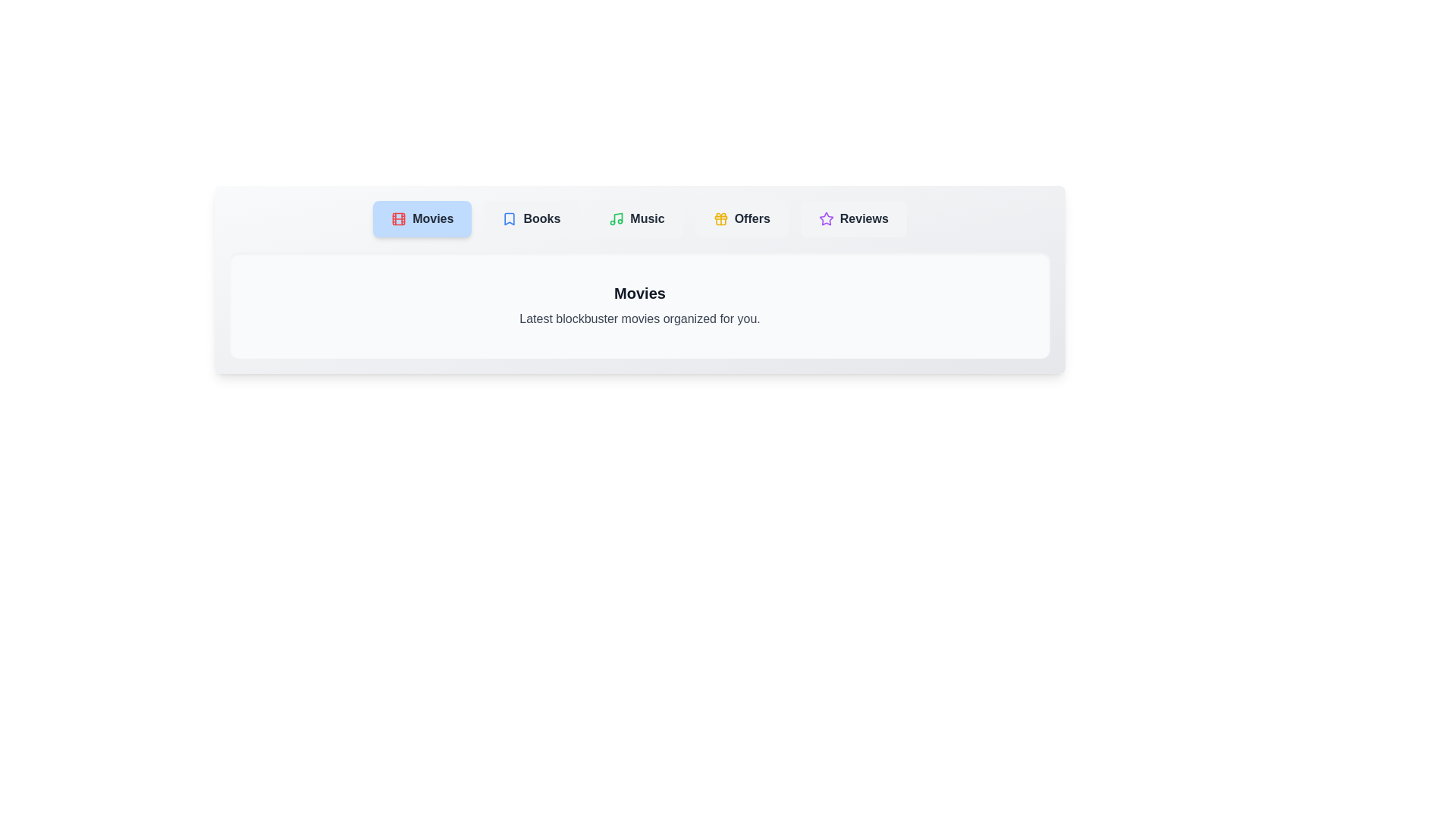 The height and width of the screenshot is (819, 1456). Describe the element at coordinates (637, 219) in the screenshot. I see `the tab labeled Music to switch to its content` at that location.